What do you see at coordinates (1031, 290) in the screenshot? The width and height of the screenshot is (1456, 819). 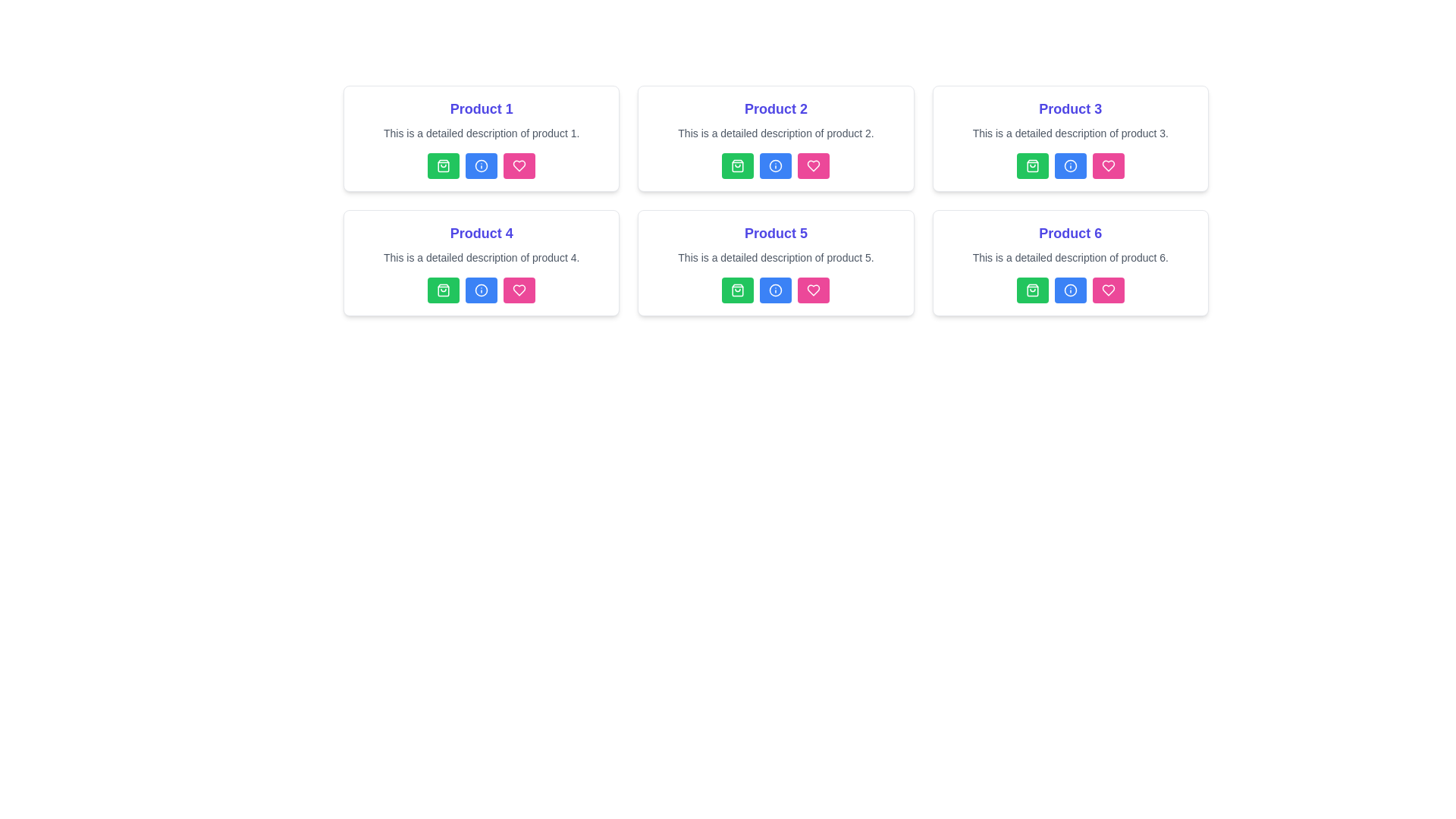 I see `the green rectangular button with a white shopping bag icon located in the bottom-right card under 'Product 6'` at bounding box center [1031, 290].